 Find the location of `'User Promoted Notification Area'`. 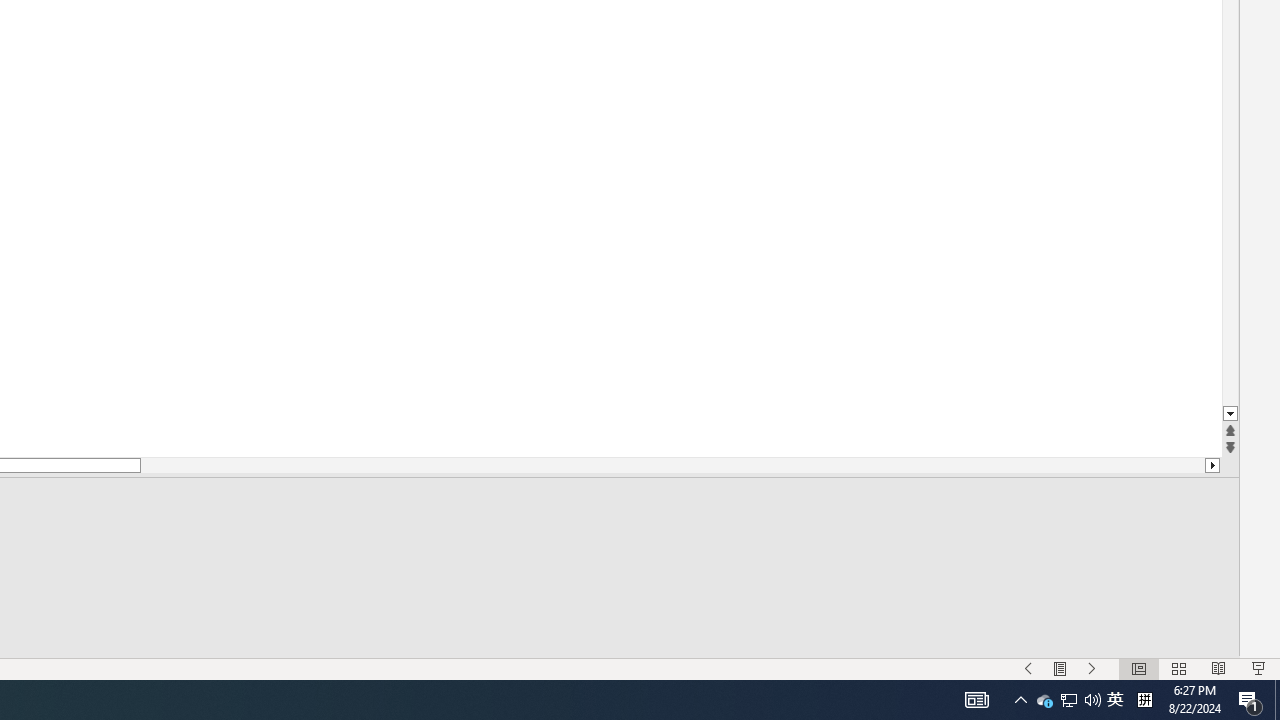

'User Promoted Notification Area' is located at coordinates (1092, 698).